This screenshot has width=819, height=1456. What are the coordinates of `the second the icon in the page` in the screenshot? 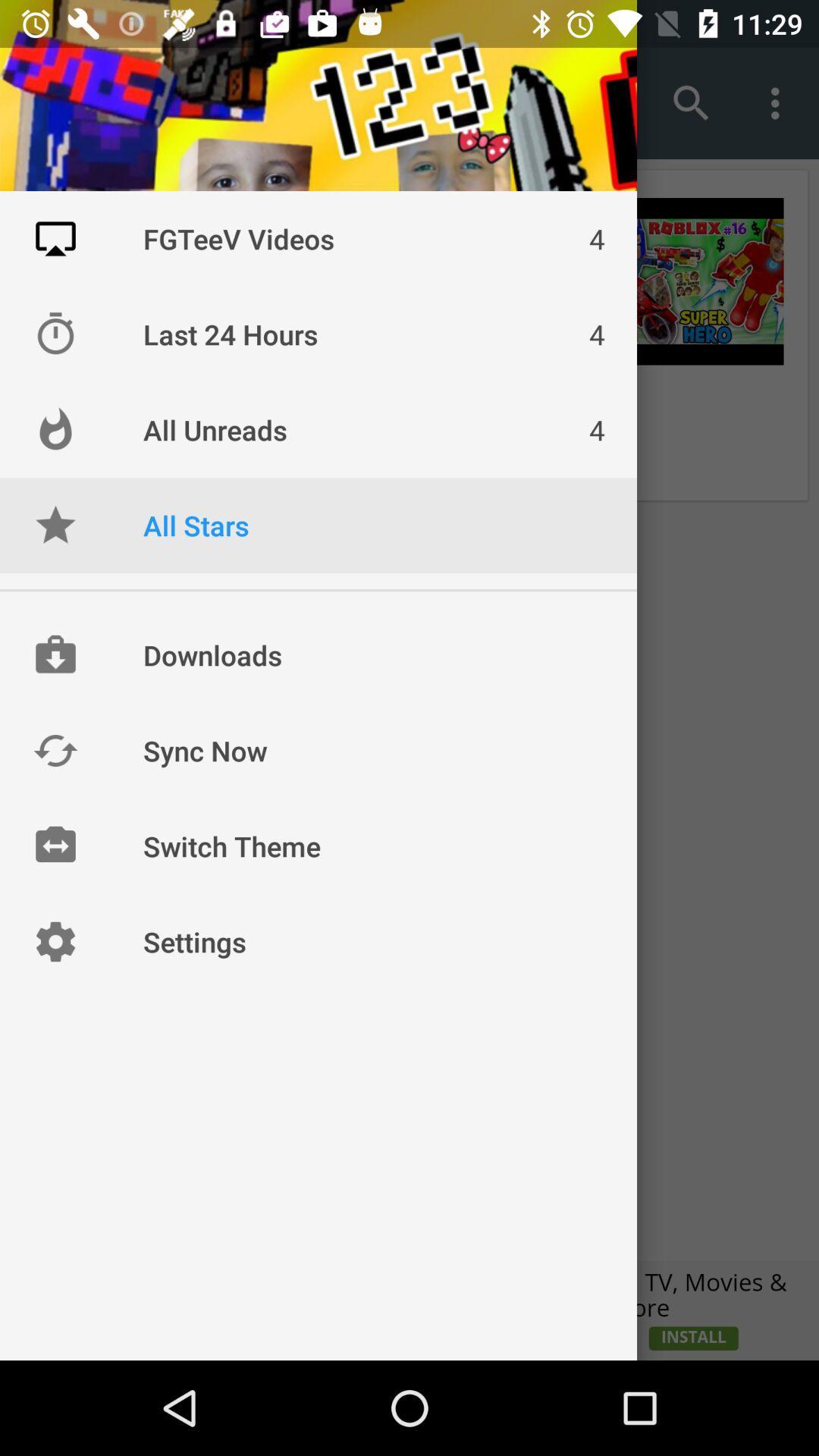 It's located at (55, 334).